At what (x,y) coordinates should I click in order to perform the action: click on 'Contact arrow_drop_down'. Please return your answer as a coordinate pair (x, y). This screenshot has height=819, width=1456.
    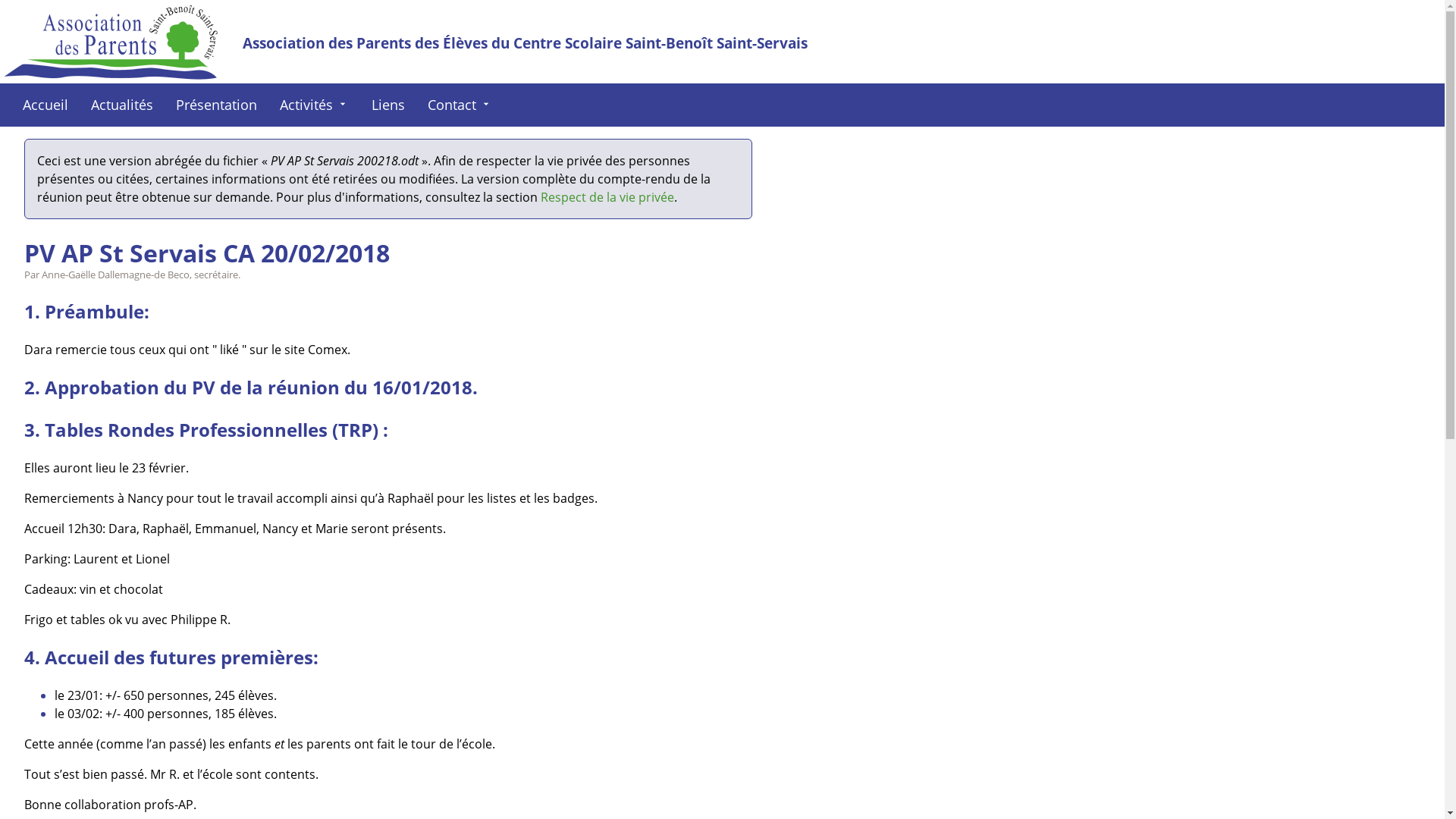
    Looking at the image, I should click on (459, 104).